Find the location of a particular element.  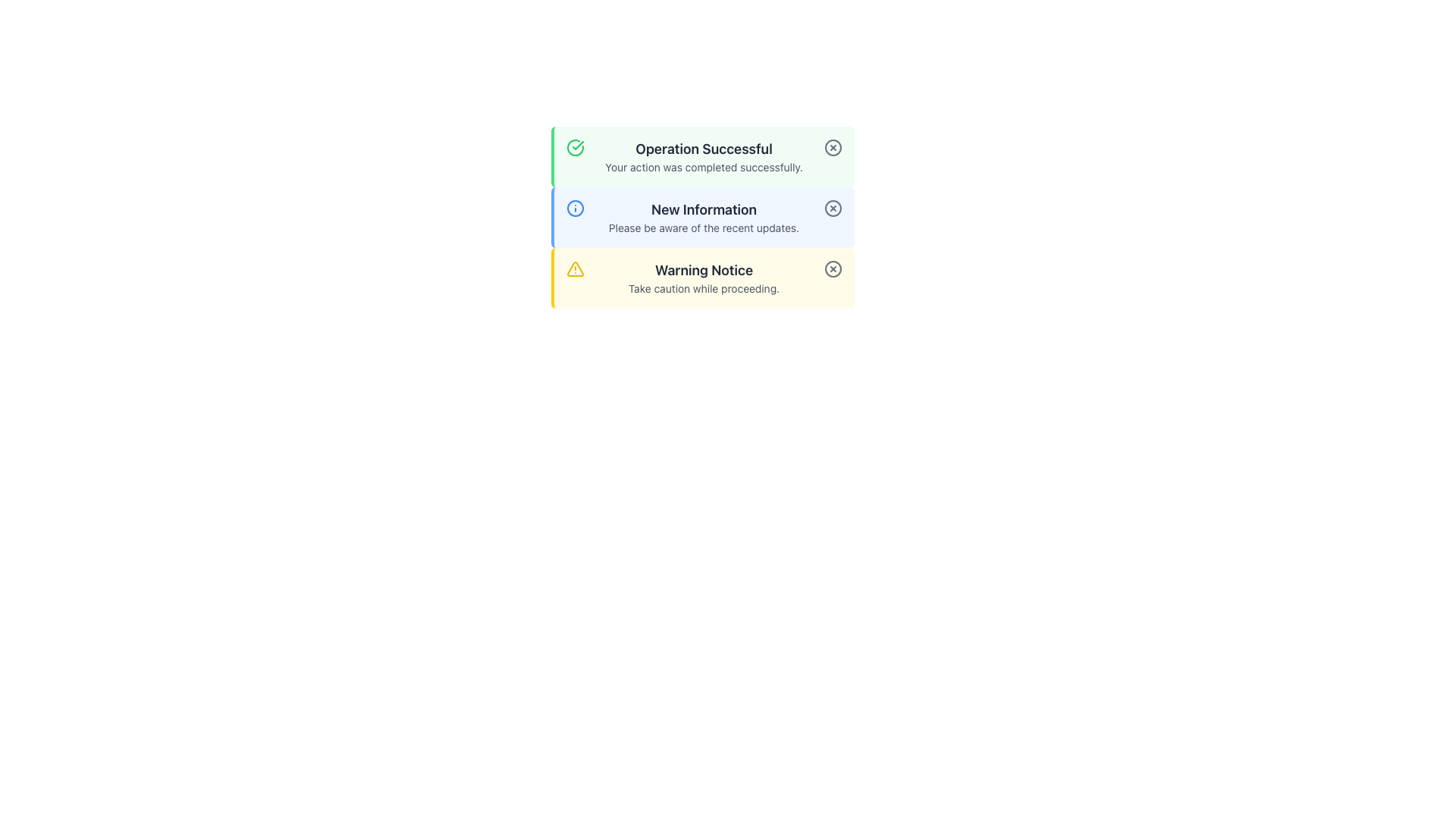

the warning icon located in the lower-left region of the 'Warning Notice' message box is located at coordinates (574, 268).